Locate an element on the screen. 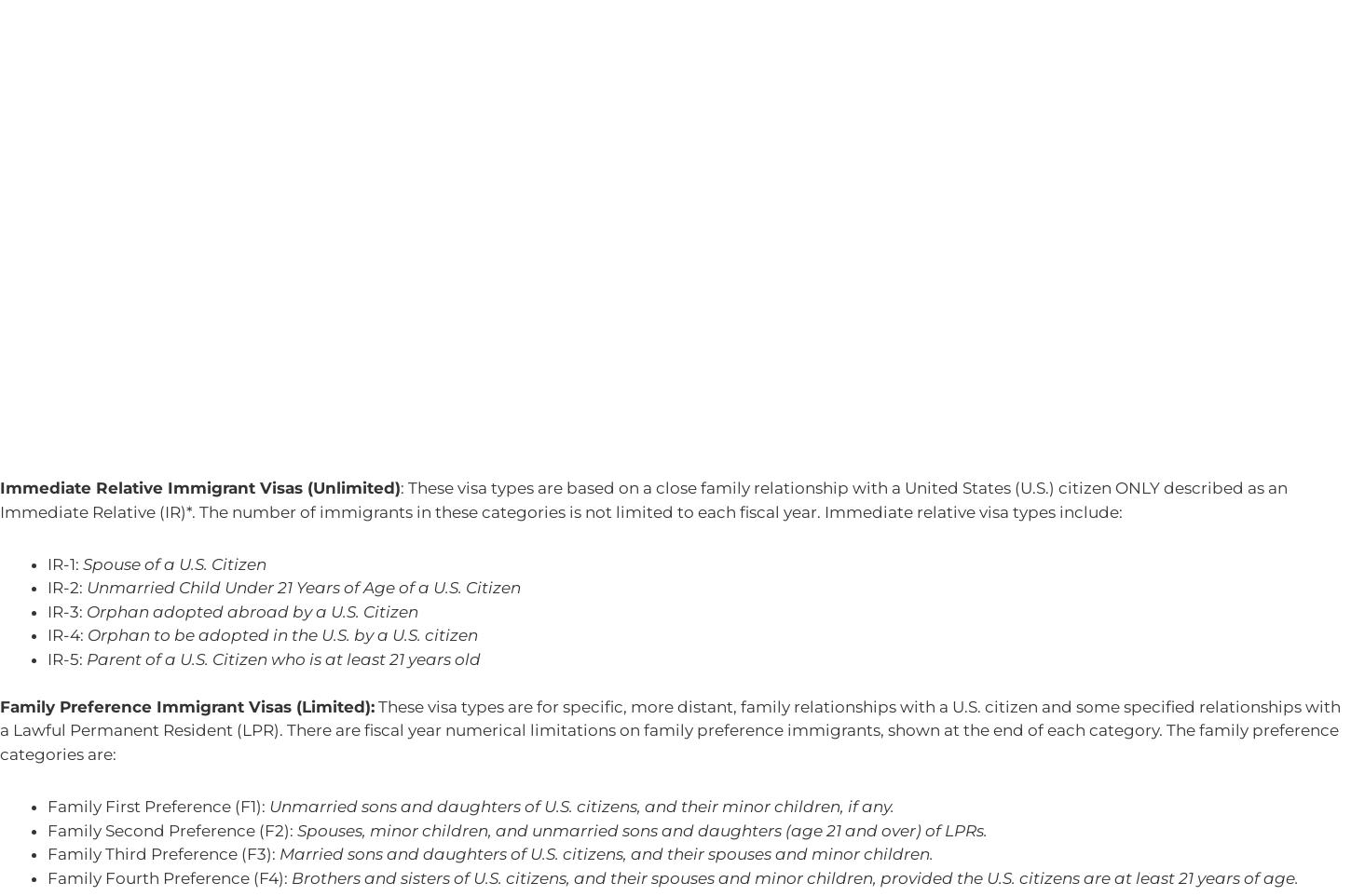 The height and width of the screenshot is (896, 1351). 'Immediate Relative Immigrant Visas (Unlimited)' is located at coordinates (0, 487).